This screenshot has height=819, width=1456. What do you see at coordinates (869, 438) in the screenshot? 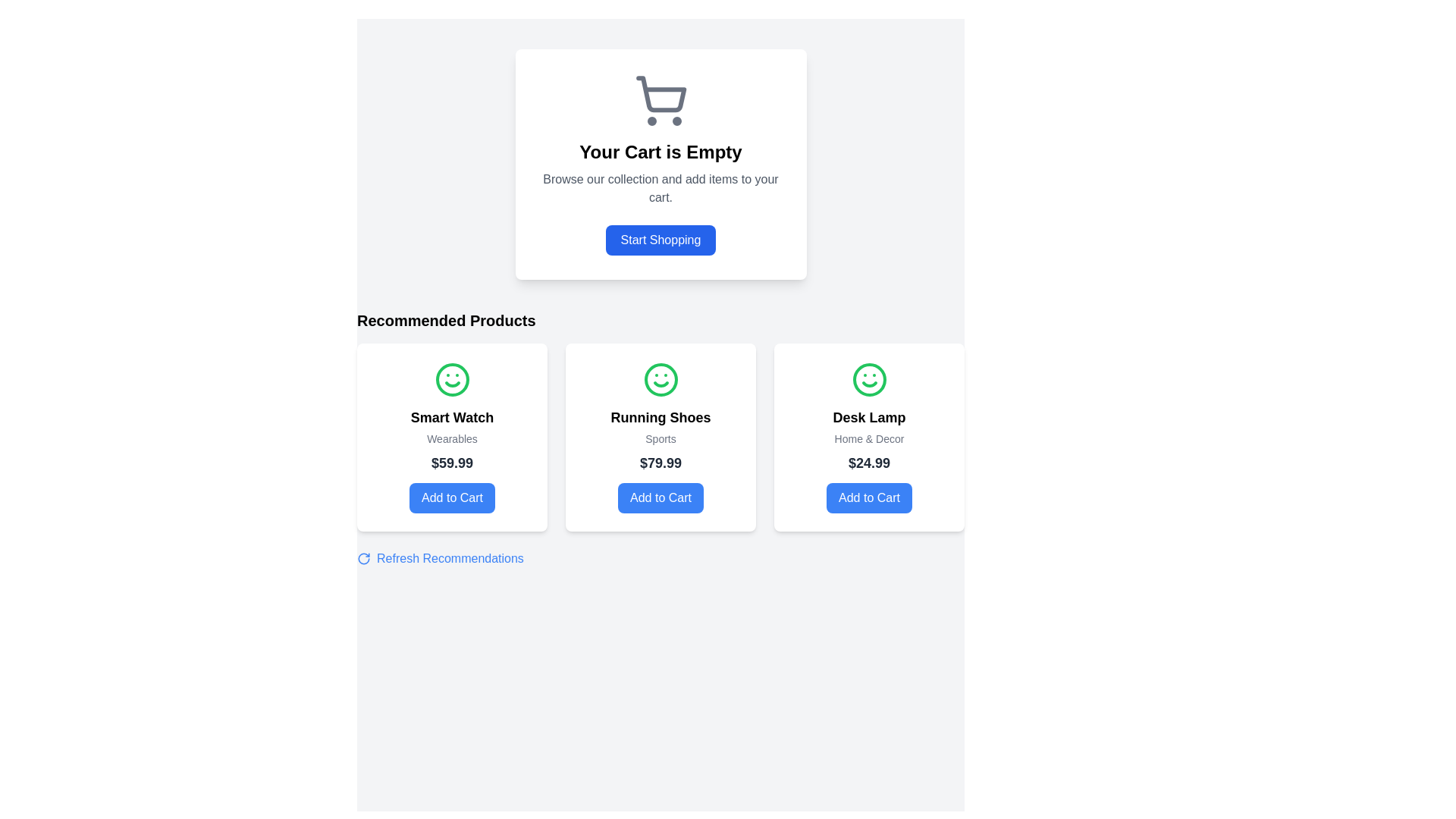
I see `the text label indicating the category of the product 'Desk Lamp', which is located below the title and above the price in the last product card of a horizontal list` at bounding box center [869, 438].